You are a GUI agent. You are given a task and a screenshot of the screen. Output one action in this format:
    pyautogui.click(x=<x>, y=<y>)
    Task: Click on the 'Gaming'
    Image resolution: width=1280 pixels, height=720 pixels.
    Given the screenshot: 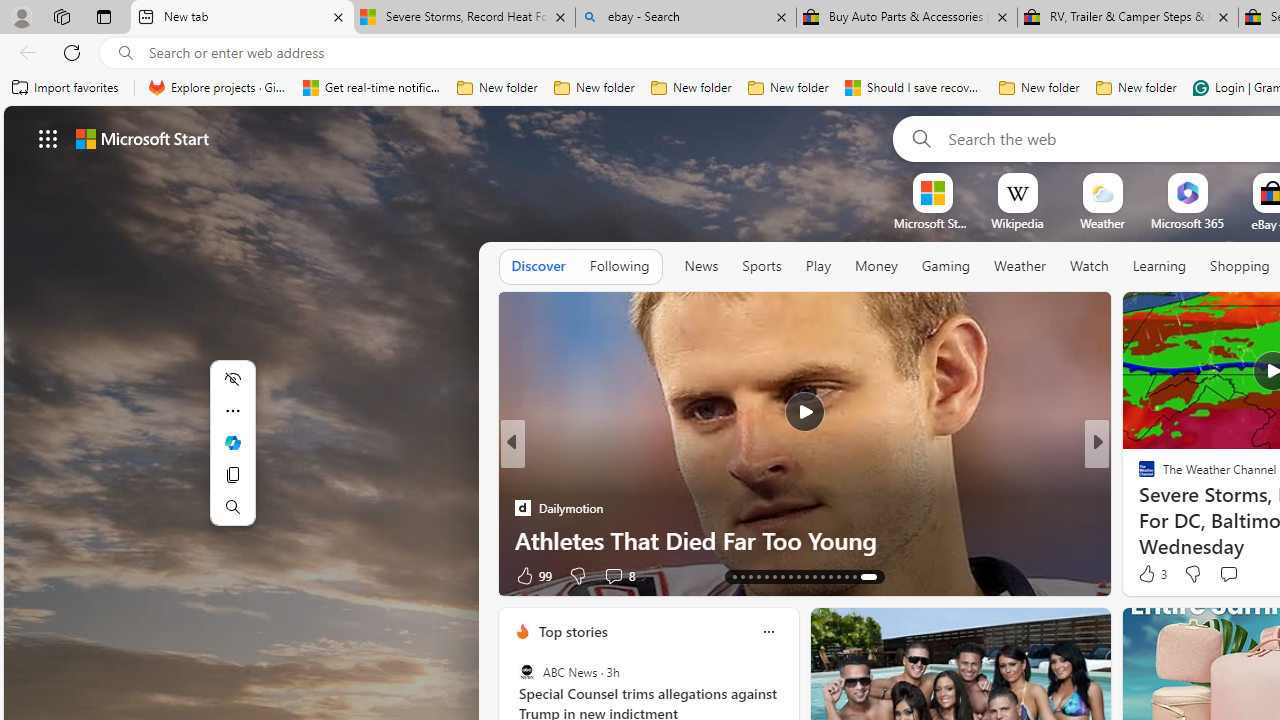 What is the action you would take?
    pyautogui.click(x=944, y=265)
    